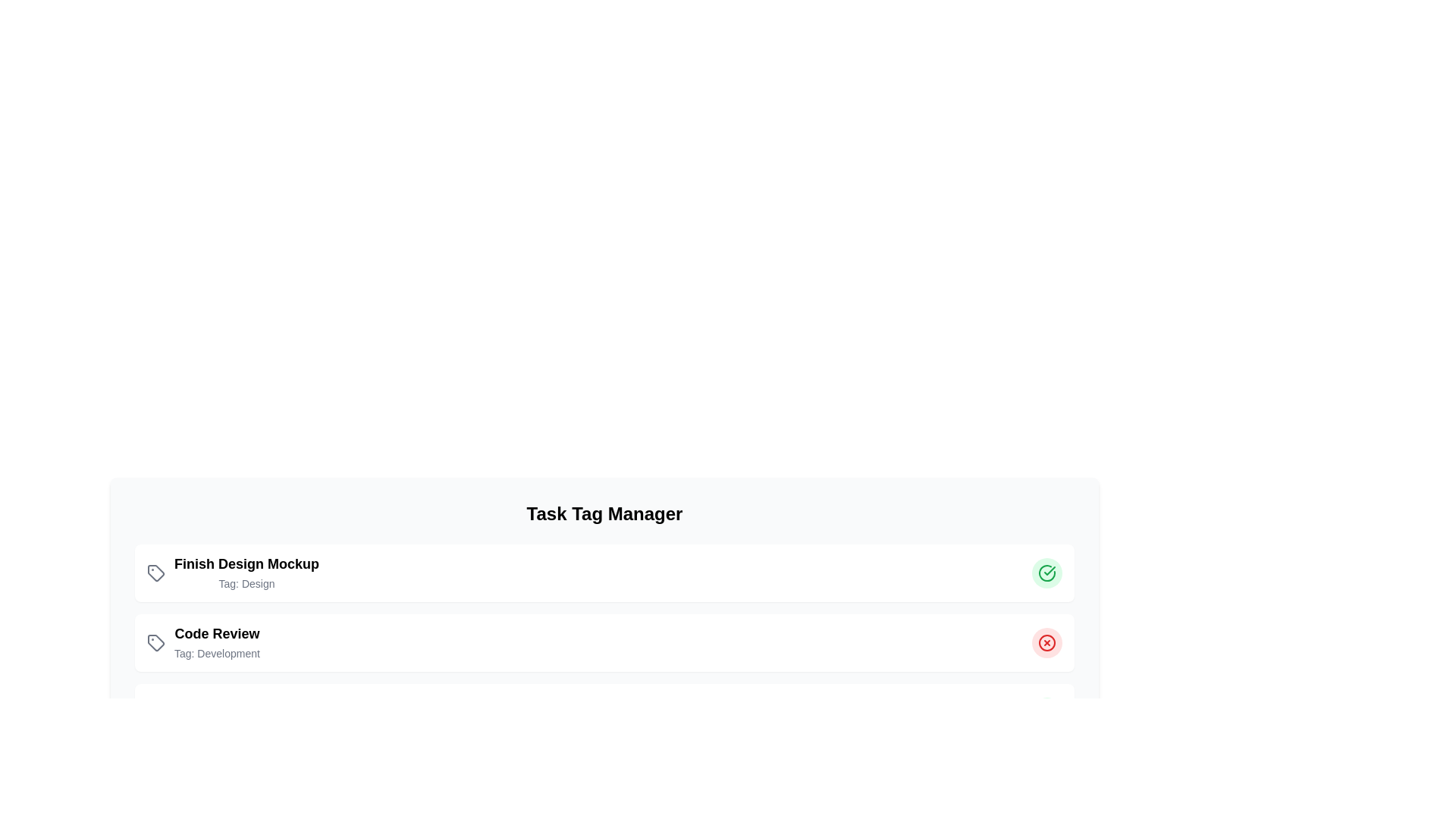  I want to click on the toggle status indicator with a green border and checkmark, located in the upper-right corner of the 'Finish Design Mockup' list item, so click(1046, 573).